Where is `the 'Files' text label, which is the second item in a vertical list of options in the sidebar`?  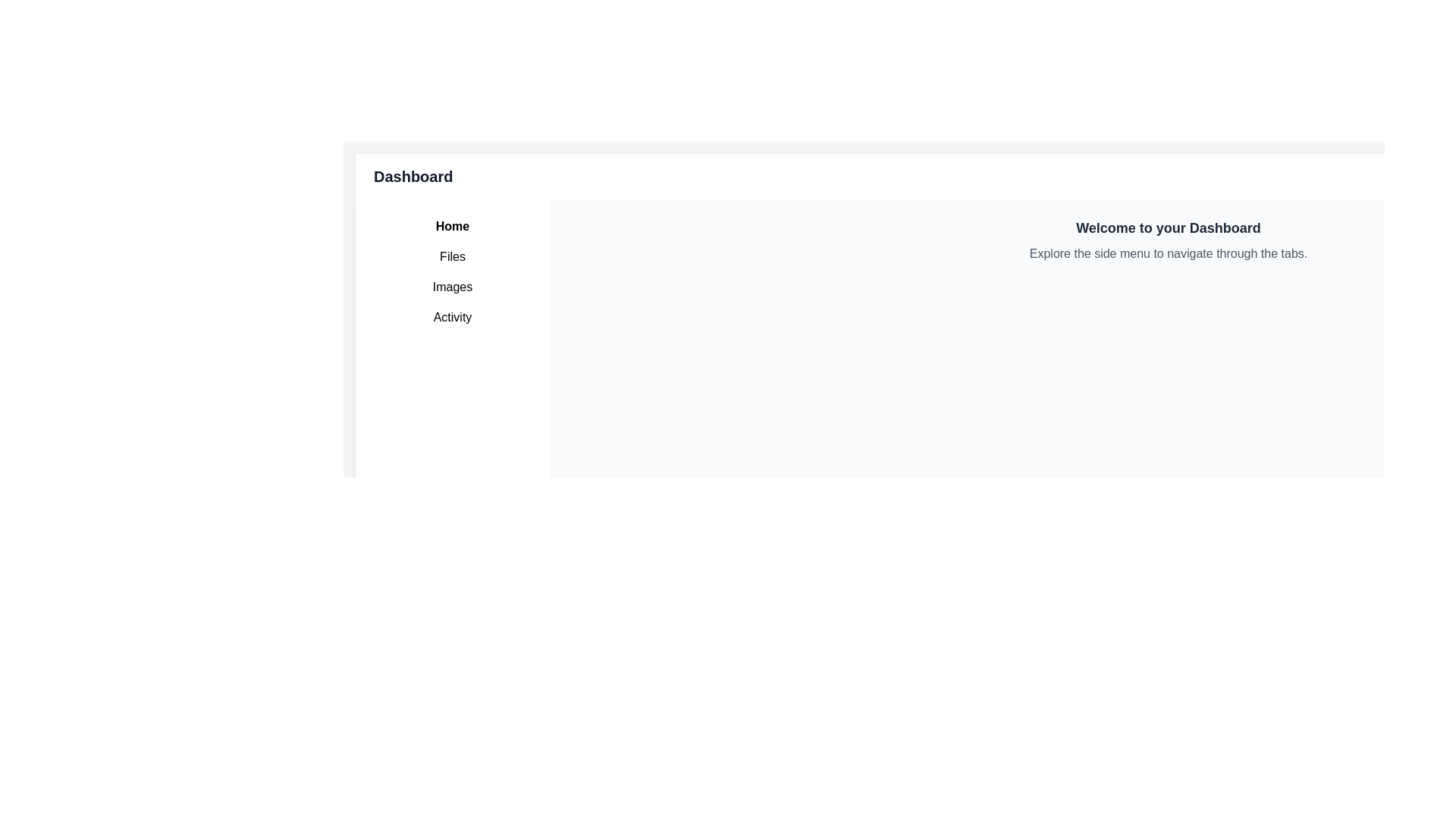 the 'Files' text label, which is the second item in a vertical list of options in the sidebar is located at coordinates (451, 256).